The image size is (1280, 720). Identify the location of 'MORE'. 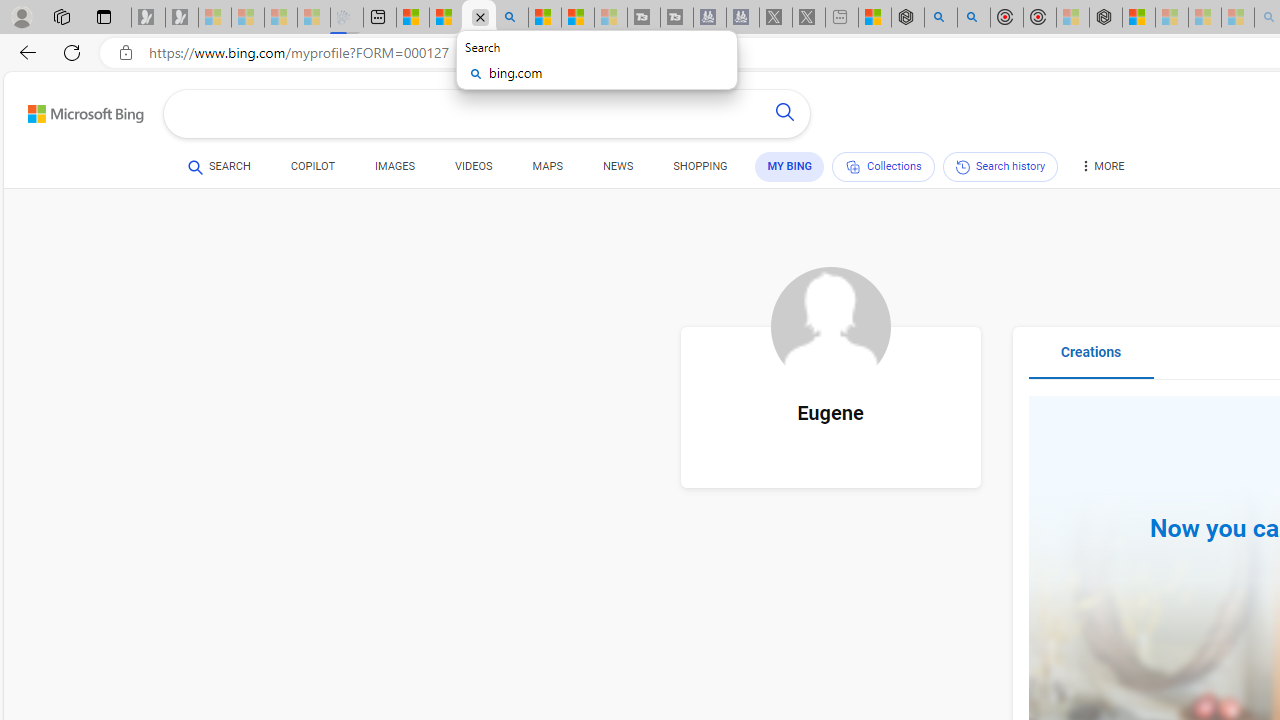
(1100, 168).